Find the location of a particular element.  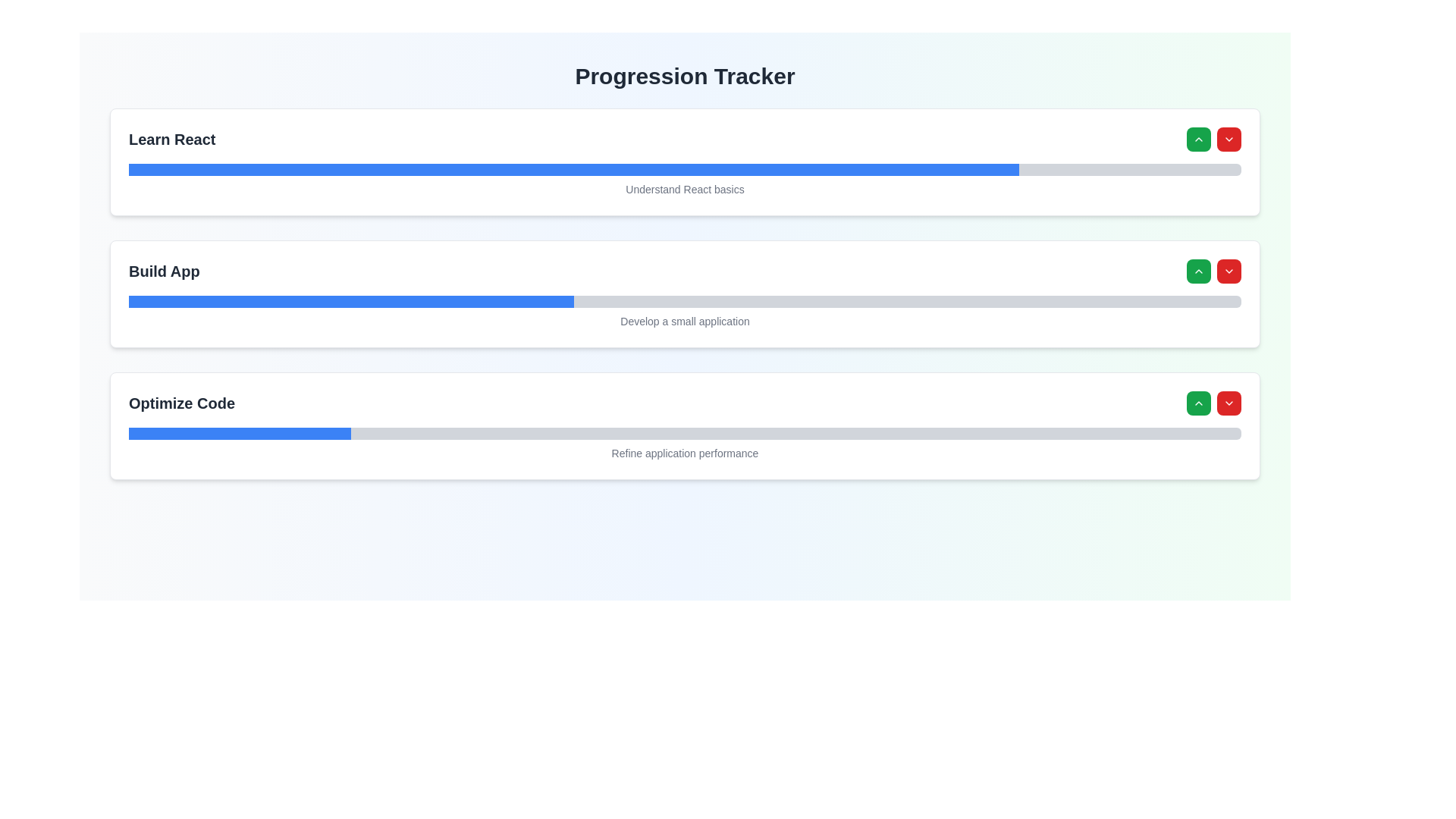

the static text element that provides additional information about the task 'Develop a small application', located directly below the progress bar in the 'Build App' section is located at coordinates (684, 318).